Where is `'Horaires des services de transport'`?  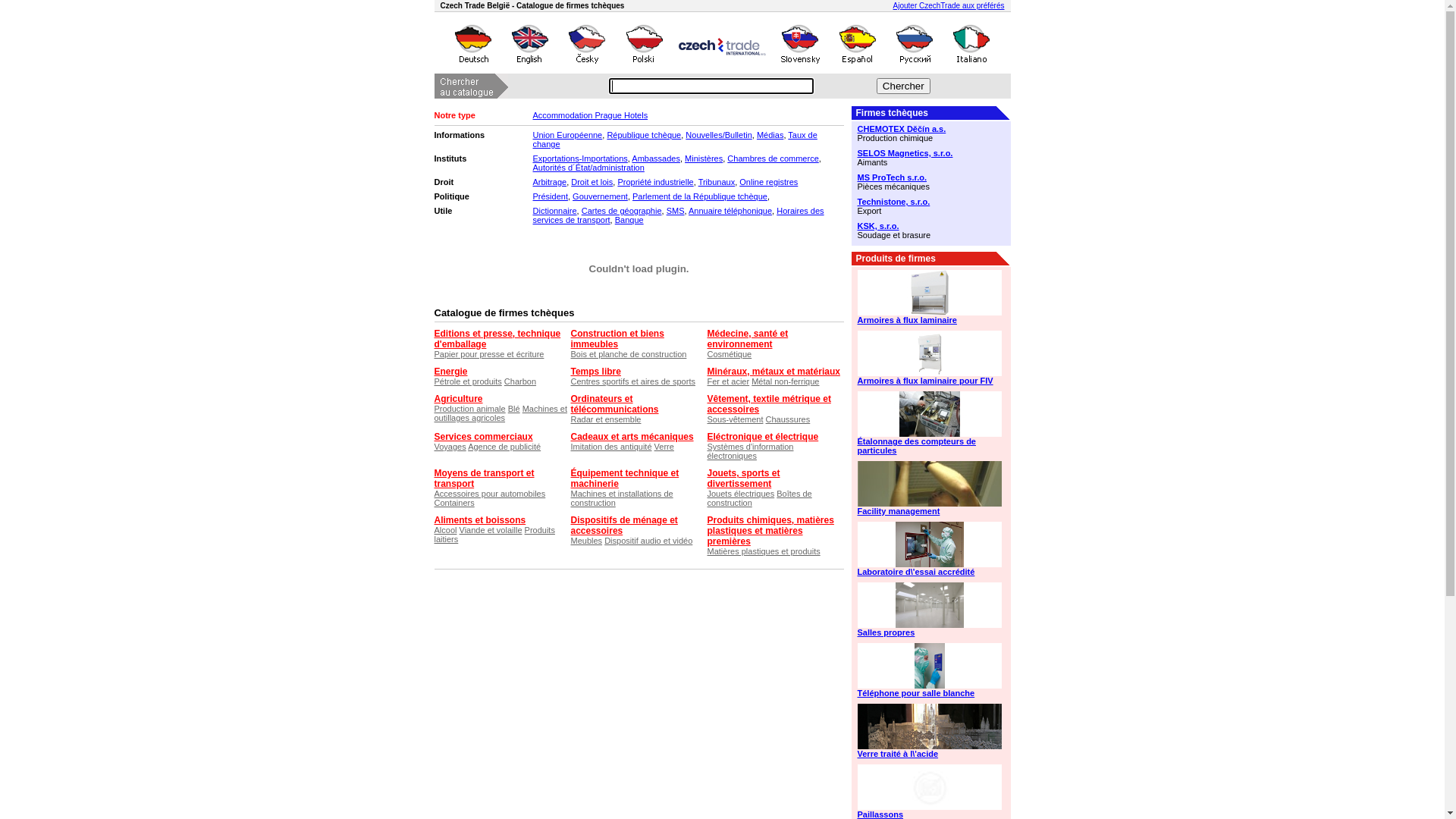
'Horaires des services de transport' is located at coordinates (676, 215).